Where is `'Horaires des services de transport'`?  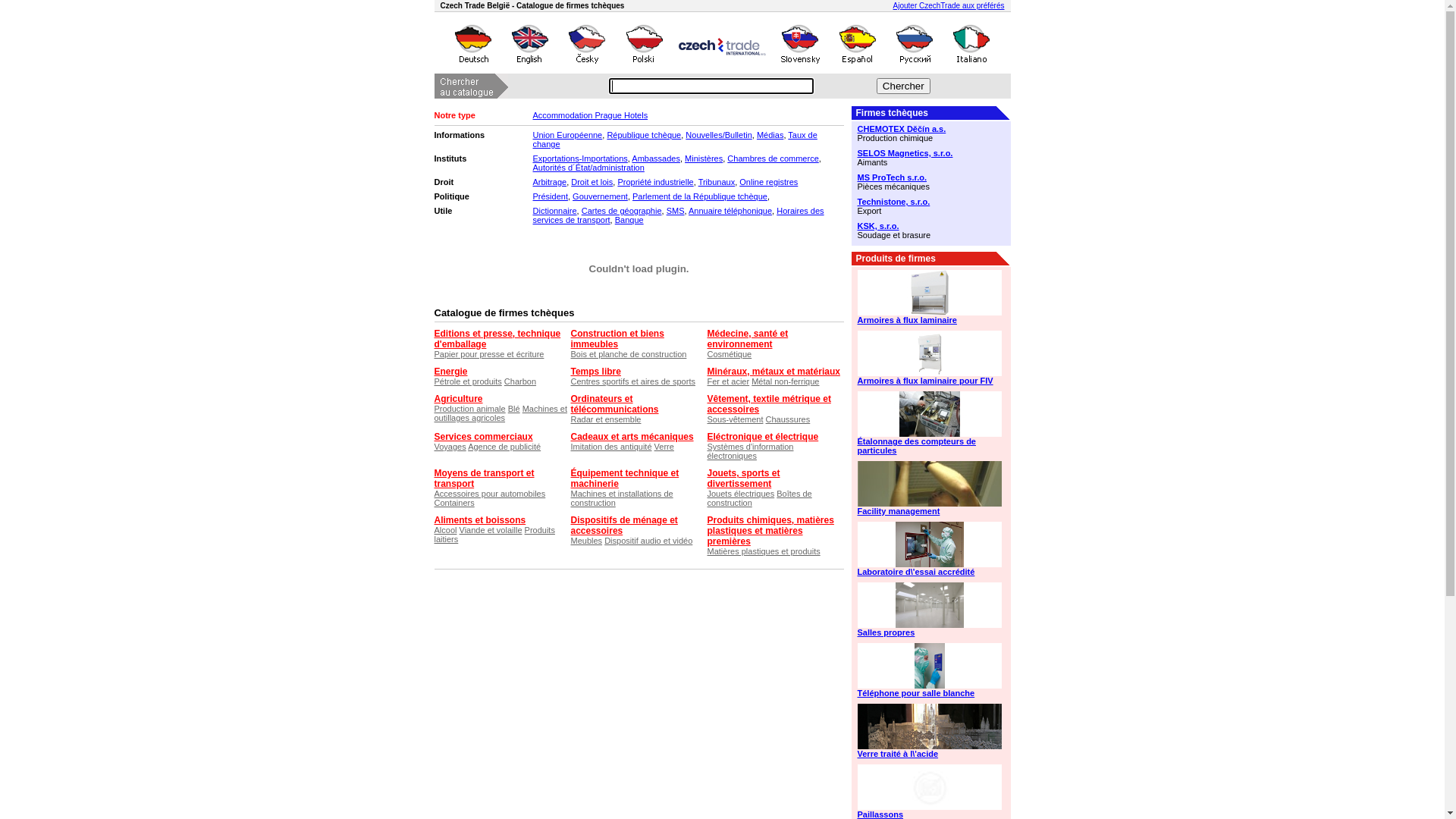
'Horaires des services de transport' is located at coordinates (676, 215).